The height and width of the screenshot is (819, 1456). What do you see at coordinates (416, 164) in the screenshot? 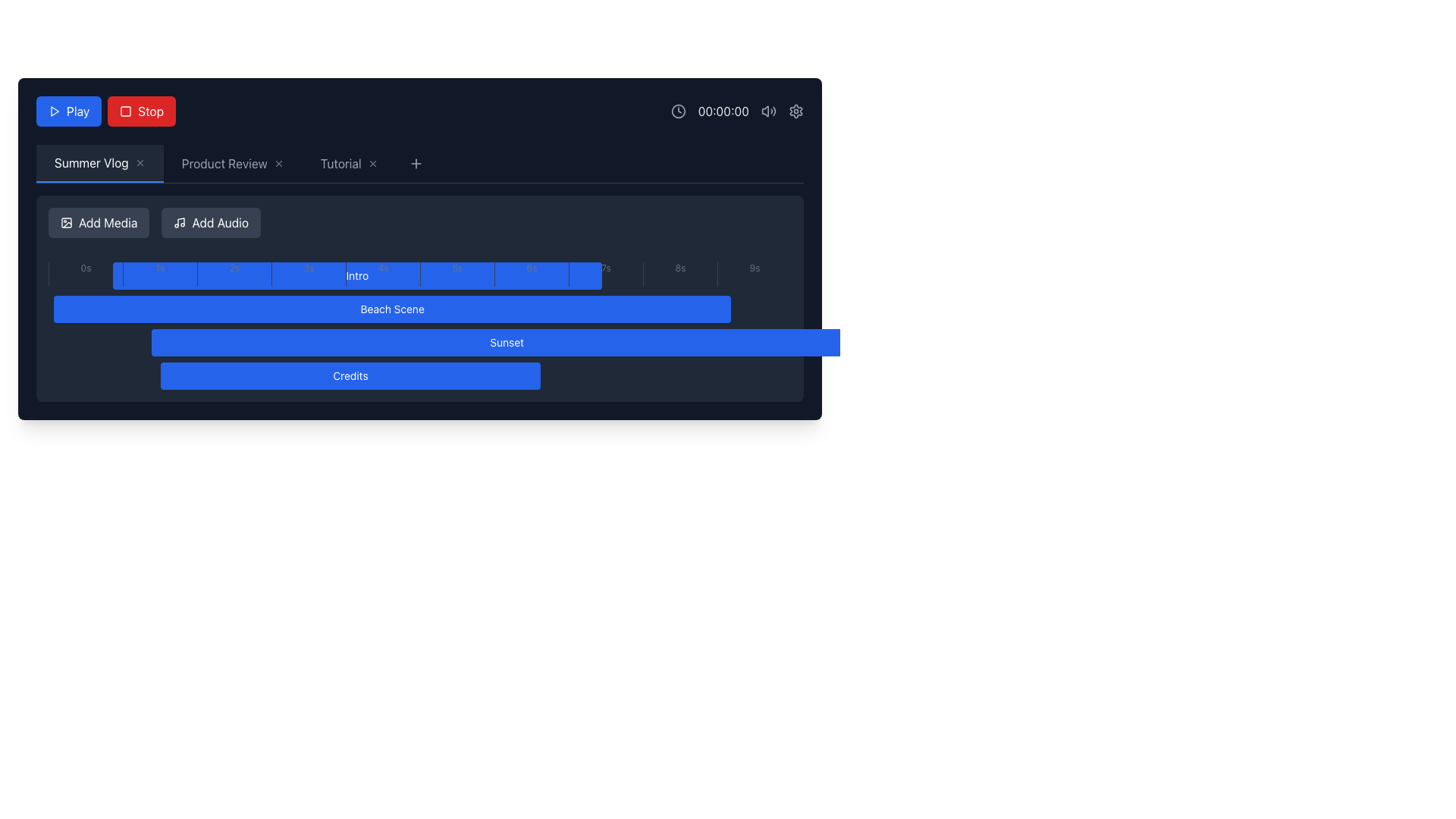
I see `the icon-based button located in the navigation bar after the 'Tutorial' label` at bounding box center [416, 164].